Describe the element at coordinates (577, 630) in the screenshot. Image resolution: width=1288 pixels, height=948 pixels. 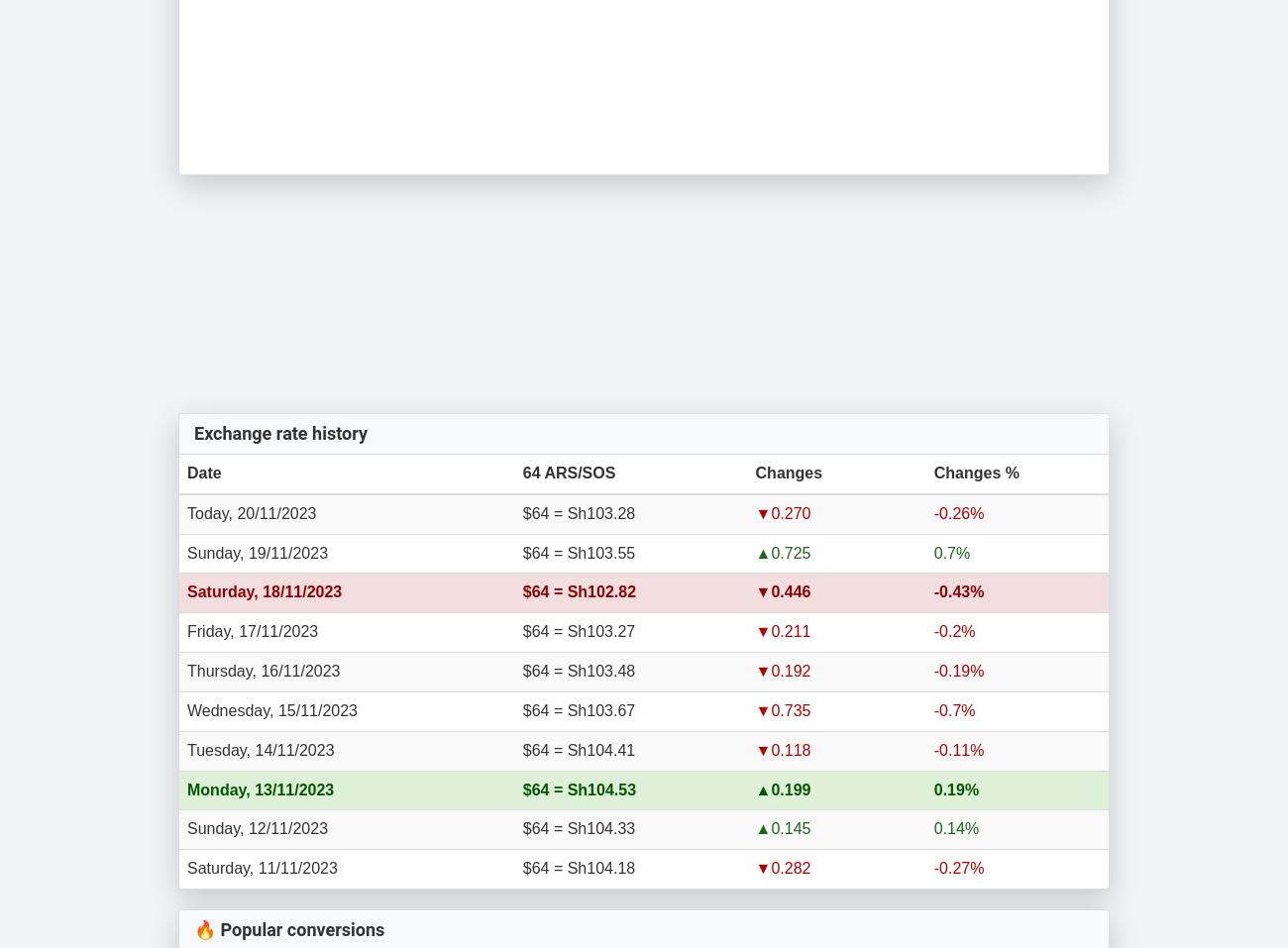
I see `'$64 = Sh103.27'` at that location.